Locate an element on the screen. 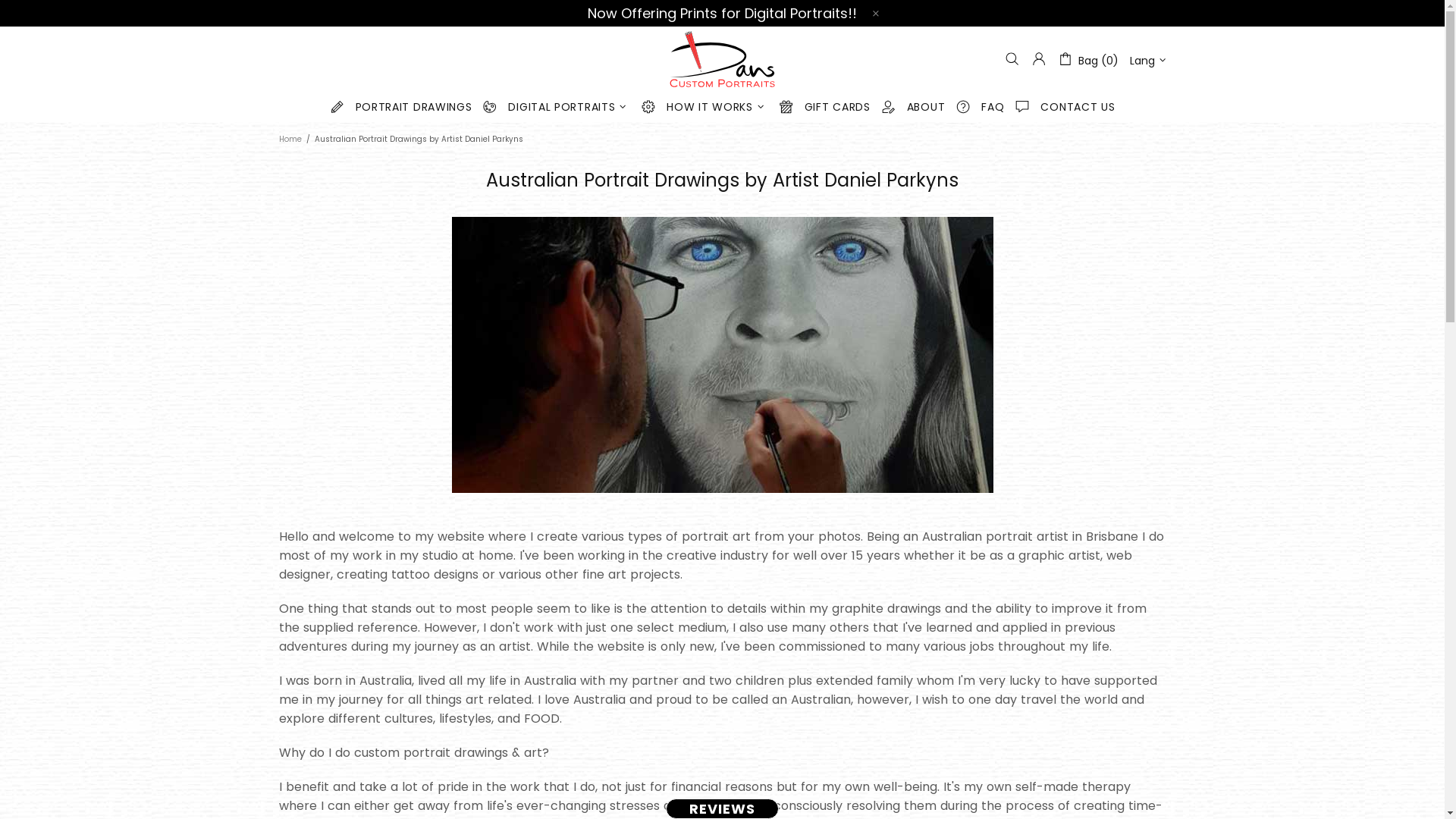 Image resolution: width=1456 pixels, height=819 pixels. 'Dans Custom Portraits' is located at coordinates (720, 58).